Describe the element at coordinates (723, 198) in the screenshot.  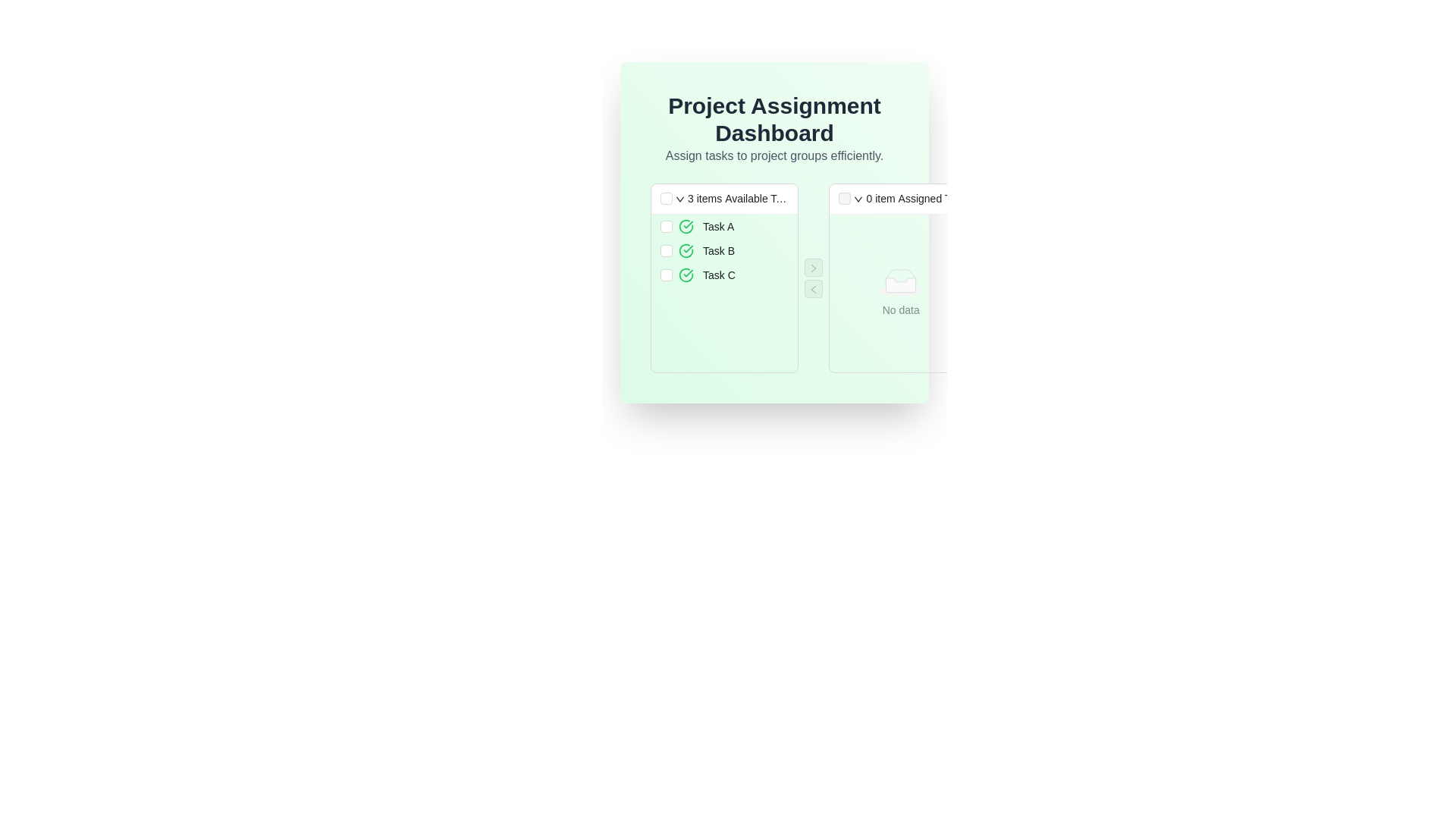
I see `the header element that contains the label, checkbox, and dropdown` at that location.